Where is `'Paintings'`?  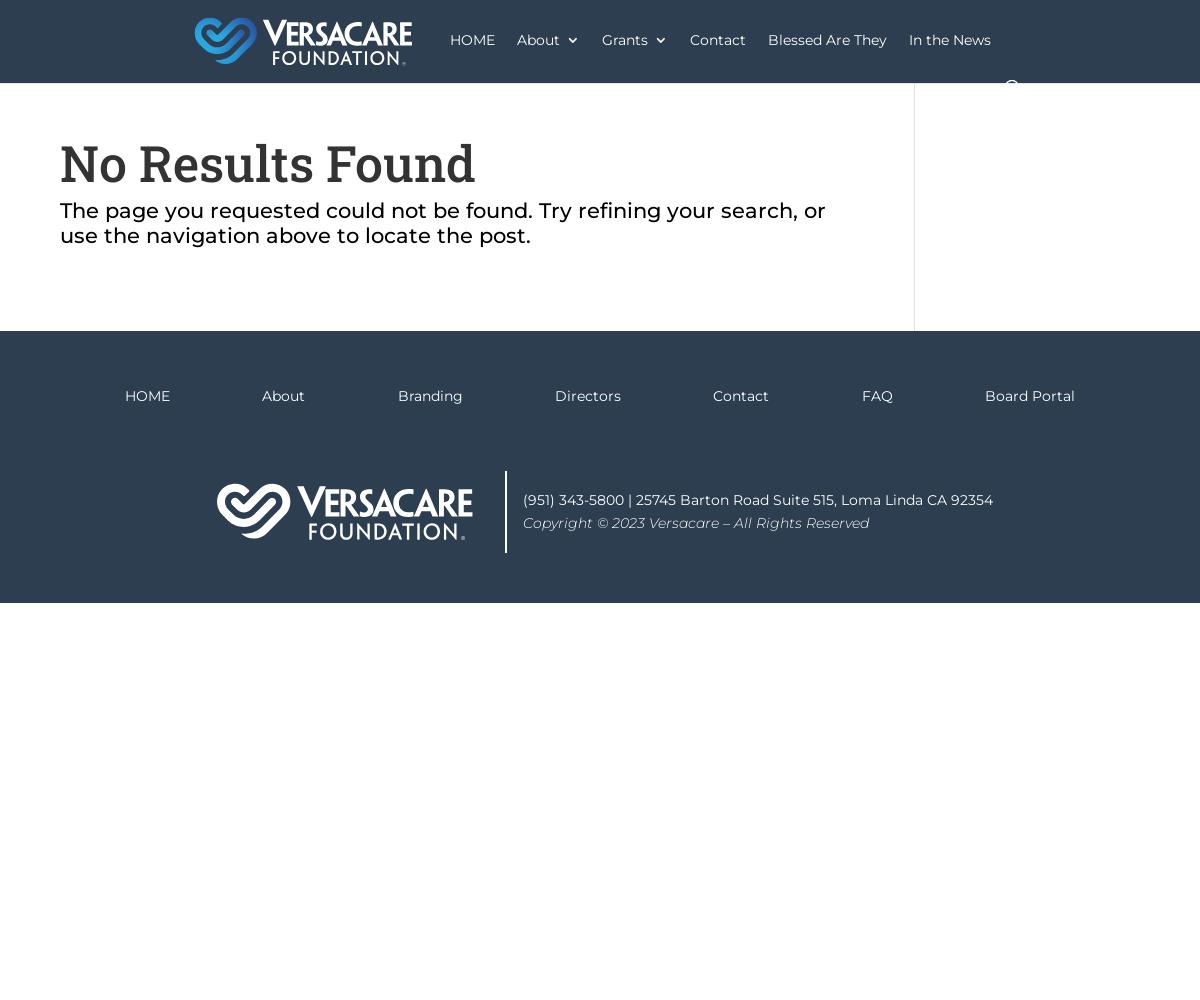 'Paintings' is located at coordinates (589, 222).